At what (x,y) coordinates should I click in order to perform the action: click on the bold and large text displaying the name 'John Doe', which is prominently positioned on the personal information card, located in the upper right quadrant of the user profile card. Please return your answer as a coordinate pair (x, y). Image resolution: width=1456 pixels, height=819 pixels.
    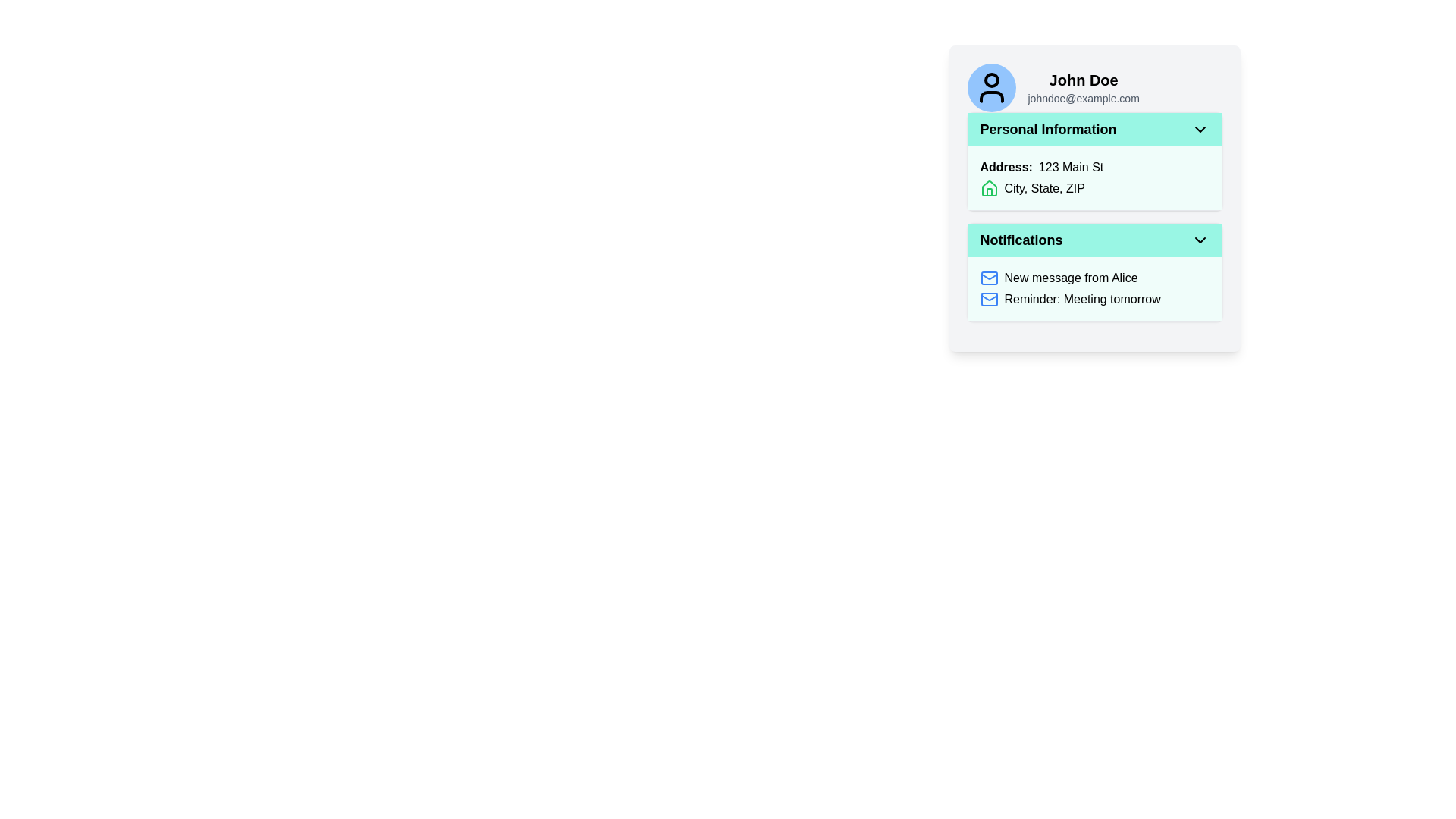
    Looking at the image, I should click on (1083, 80).